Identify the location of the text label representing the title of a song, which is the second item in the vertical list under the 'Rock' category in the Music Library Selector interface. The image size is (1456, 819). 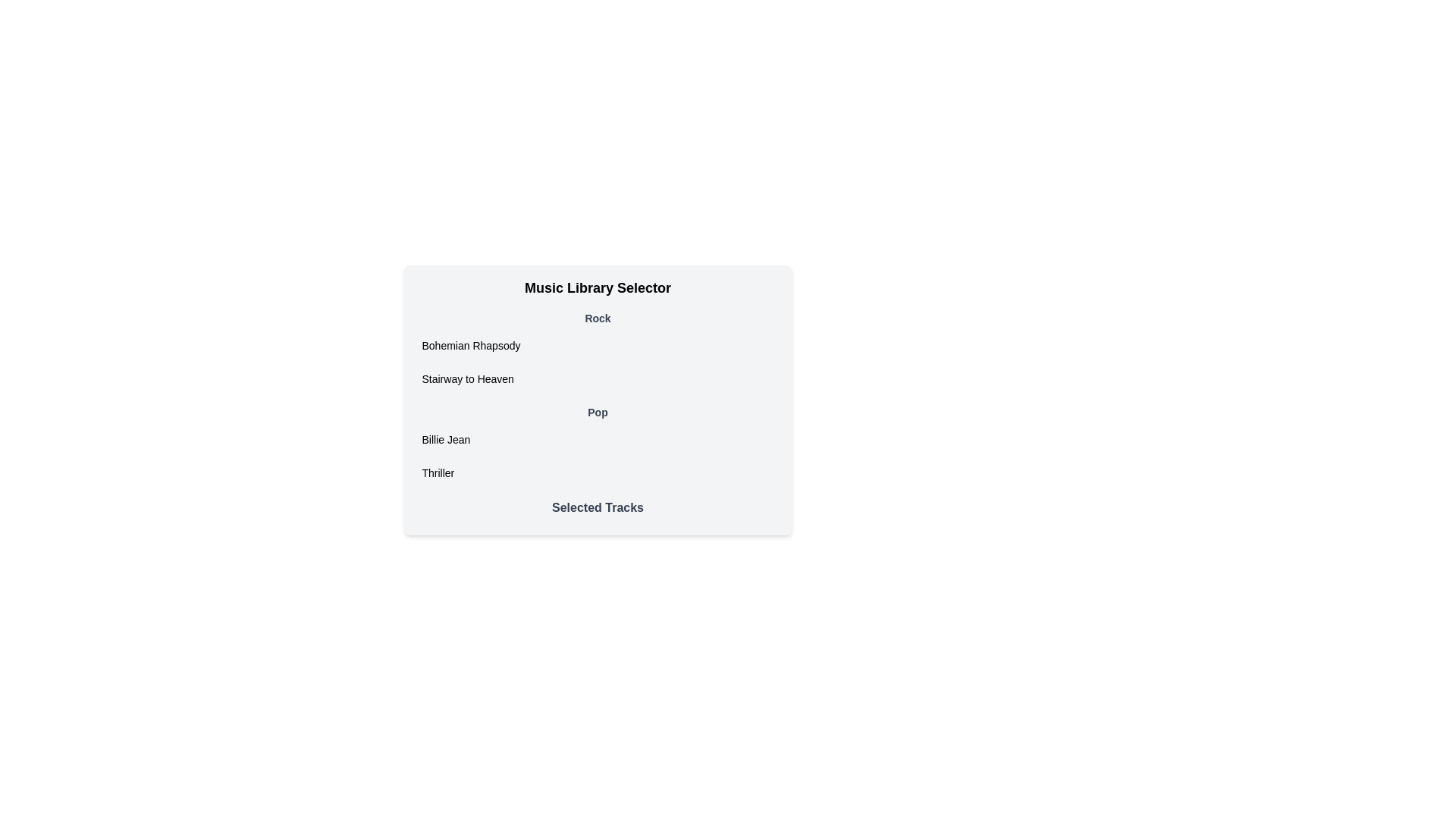
(467, 378).